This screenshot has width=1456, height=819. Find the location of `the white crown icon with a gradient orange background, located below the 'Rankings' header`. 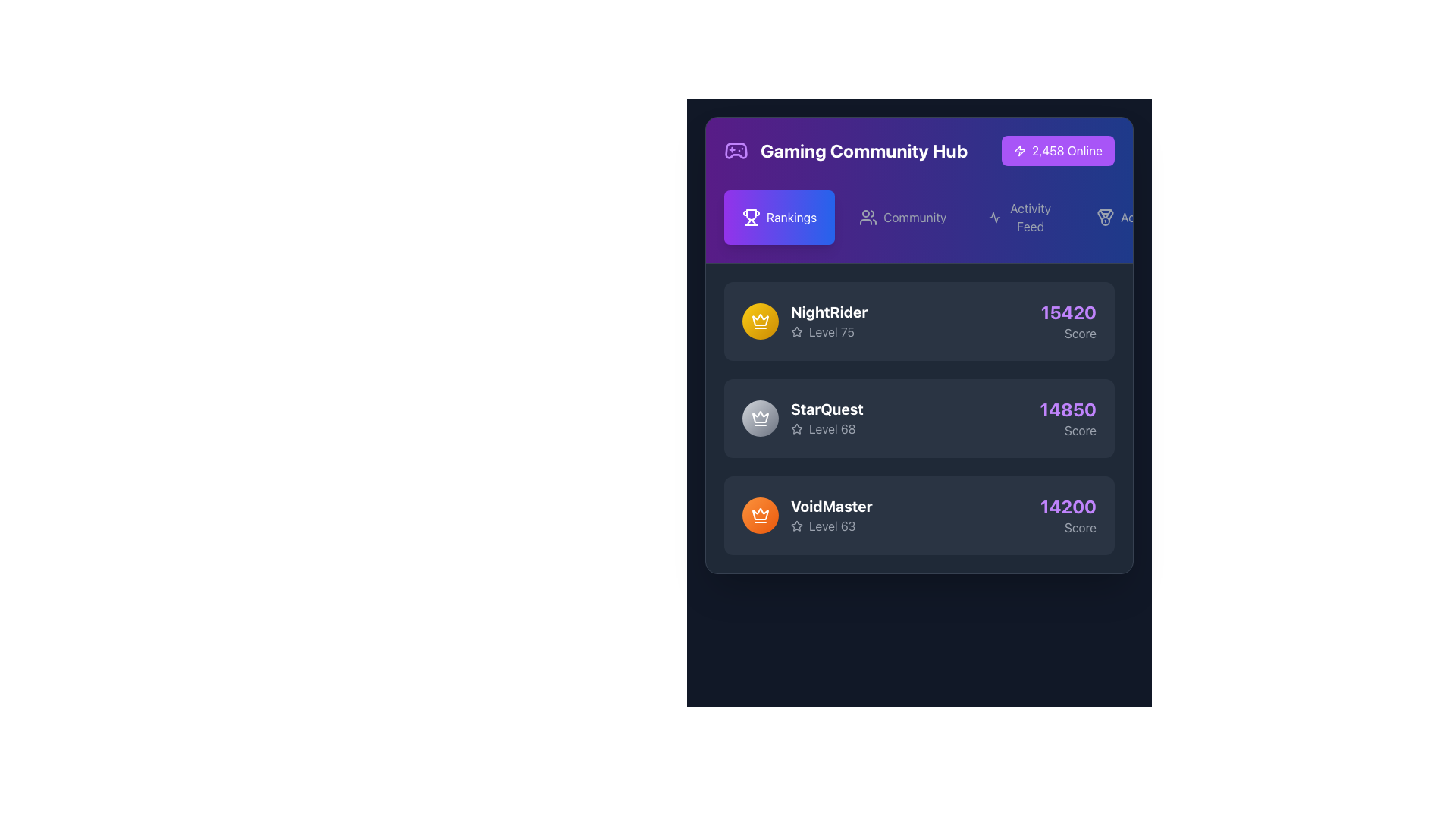

the white crown icon with a gradient orange background, located below the 'Rankings' header is located at coordinates (761, 514).